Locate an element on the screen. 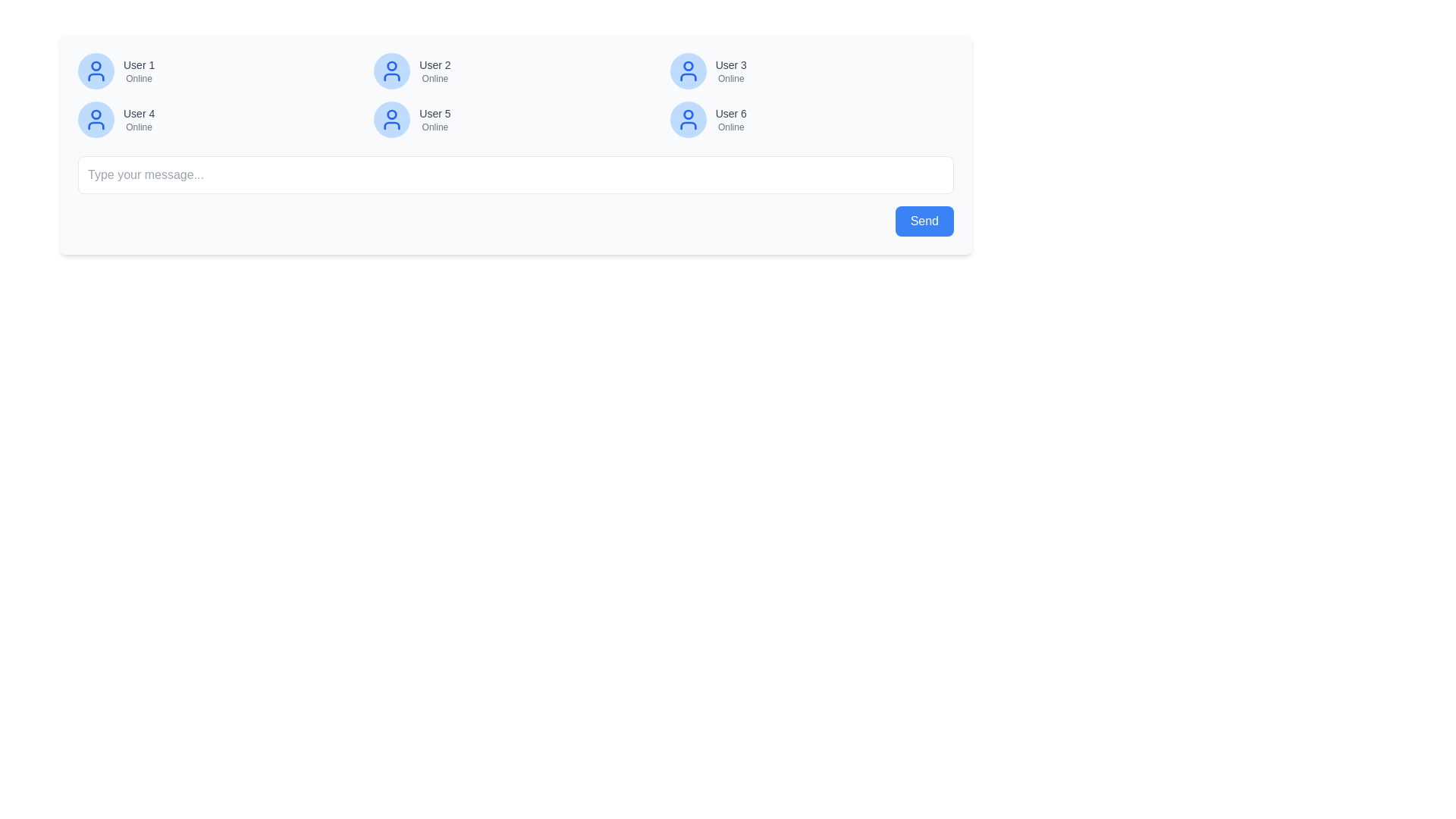  the profile summary component of 'User 5', which displays their online status and user identity, located in the bottom row, second column of the grid layout is located at coordinates (516, 119).